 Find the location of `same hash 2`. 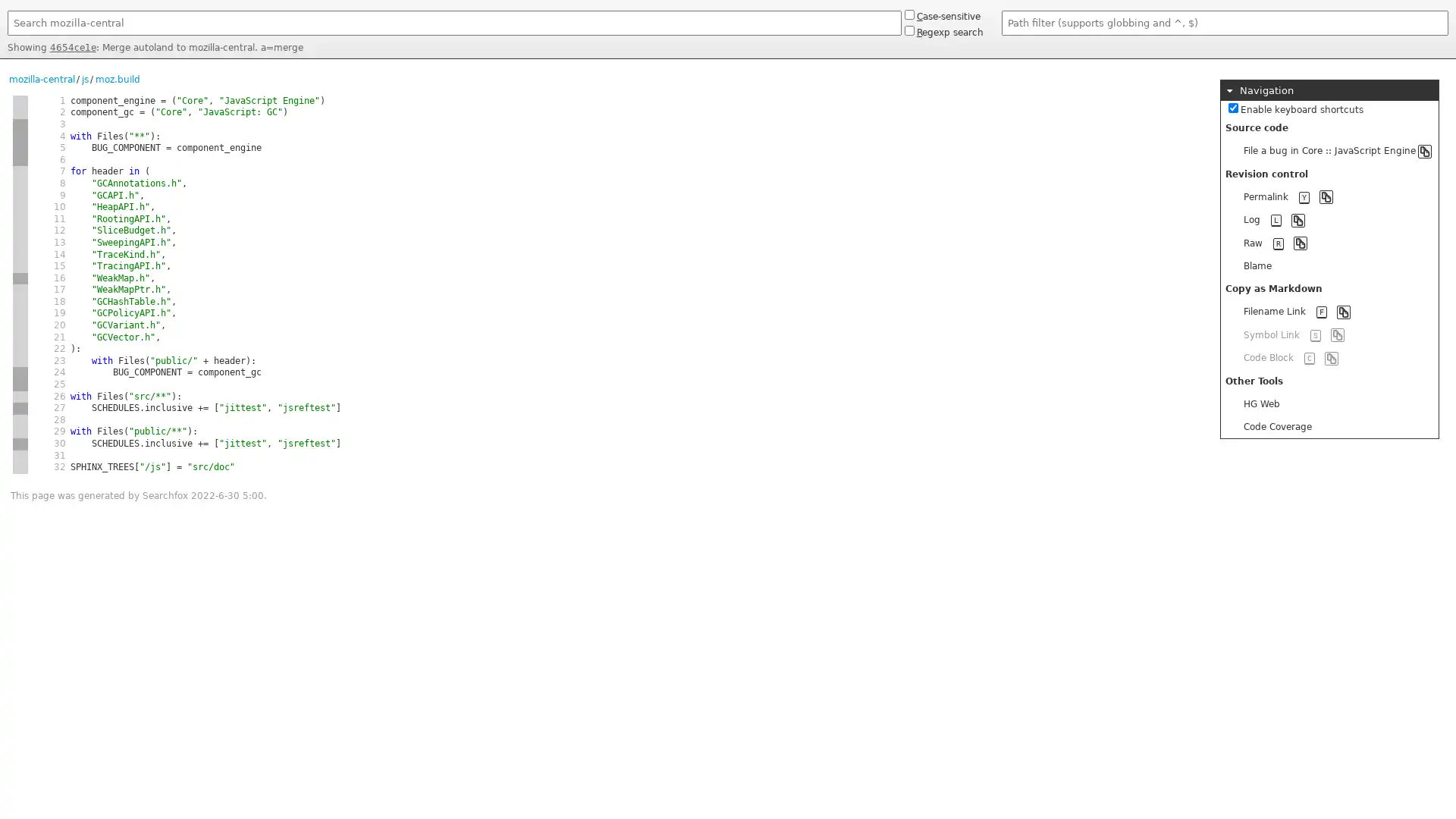

same hash 2 is located at coordinates (20, 160).